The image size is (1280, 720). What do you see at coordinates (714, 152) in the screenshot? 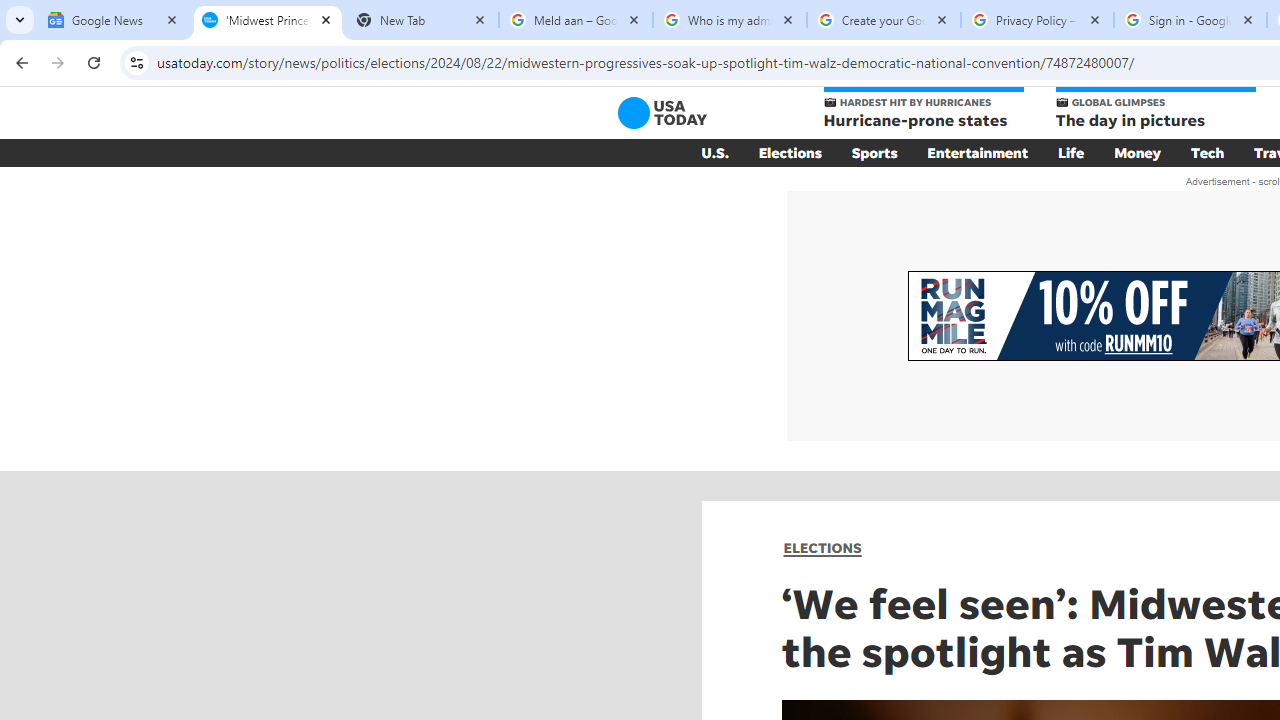
I see `'U.S.'` at bounding box center [714, 152].